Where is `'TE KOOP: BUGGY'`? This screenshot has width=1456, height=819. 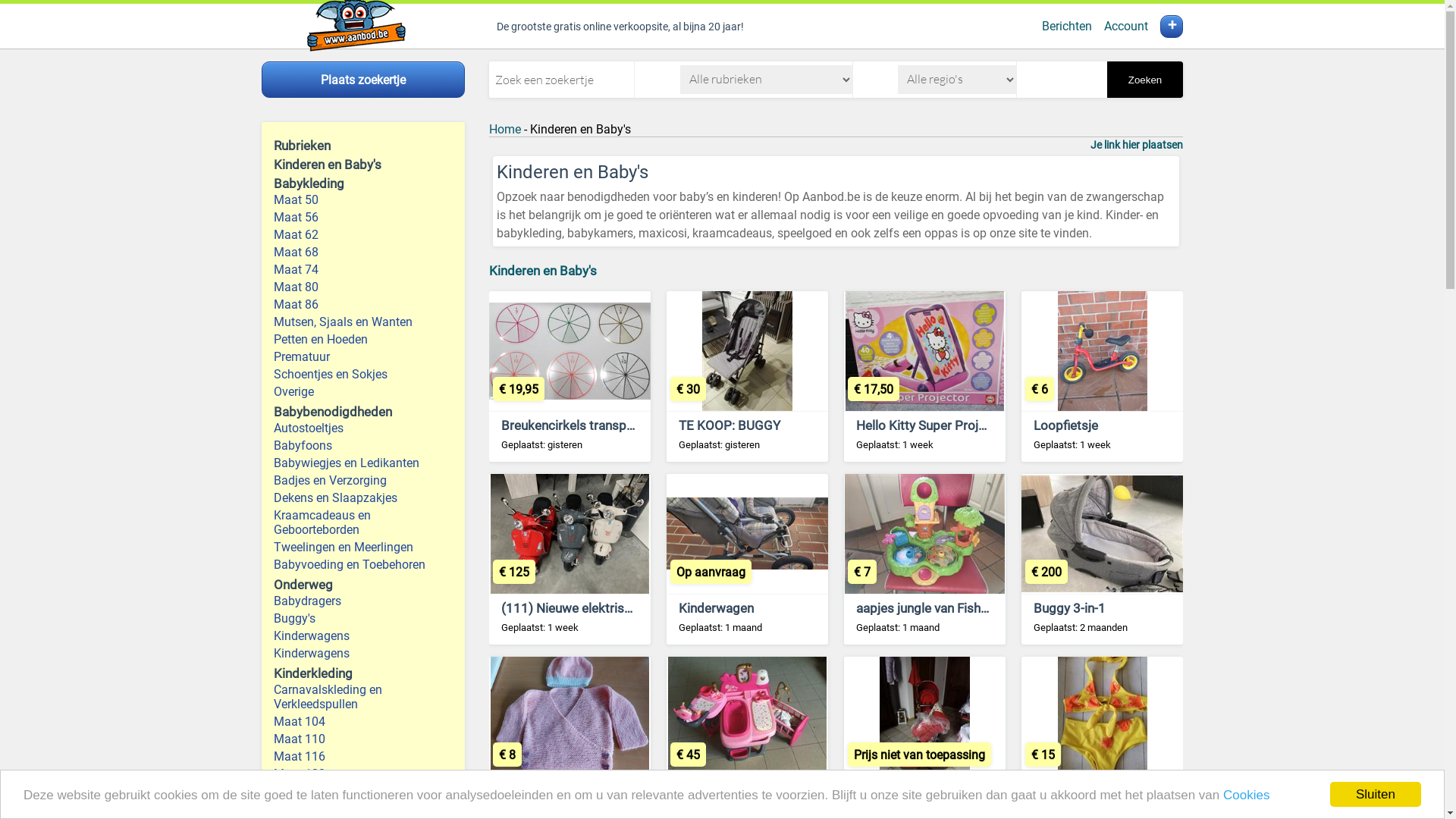
'TE KOOP: BUGGY' is located at coordinates (729, 424).